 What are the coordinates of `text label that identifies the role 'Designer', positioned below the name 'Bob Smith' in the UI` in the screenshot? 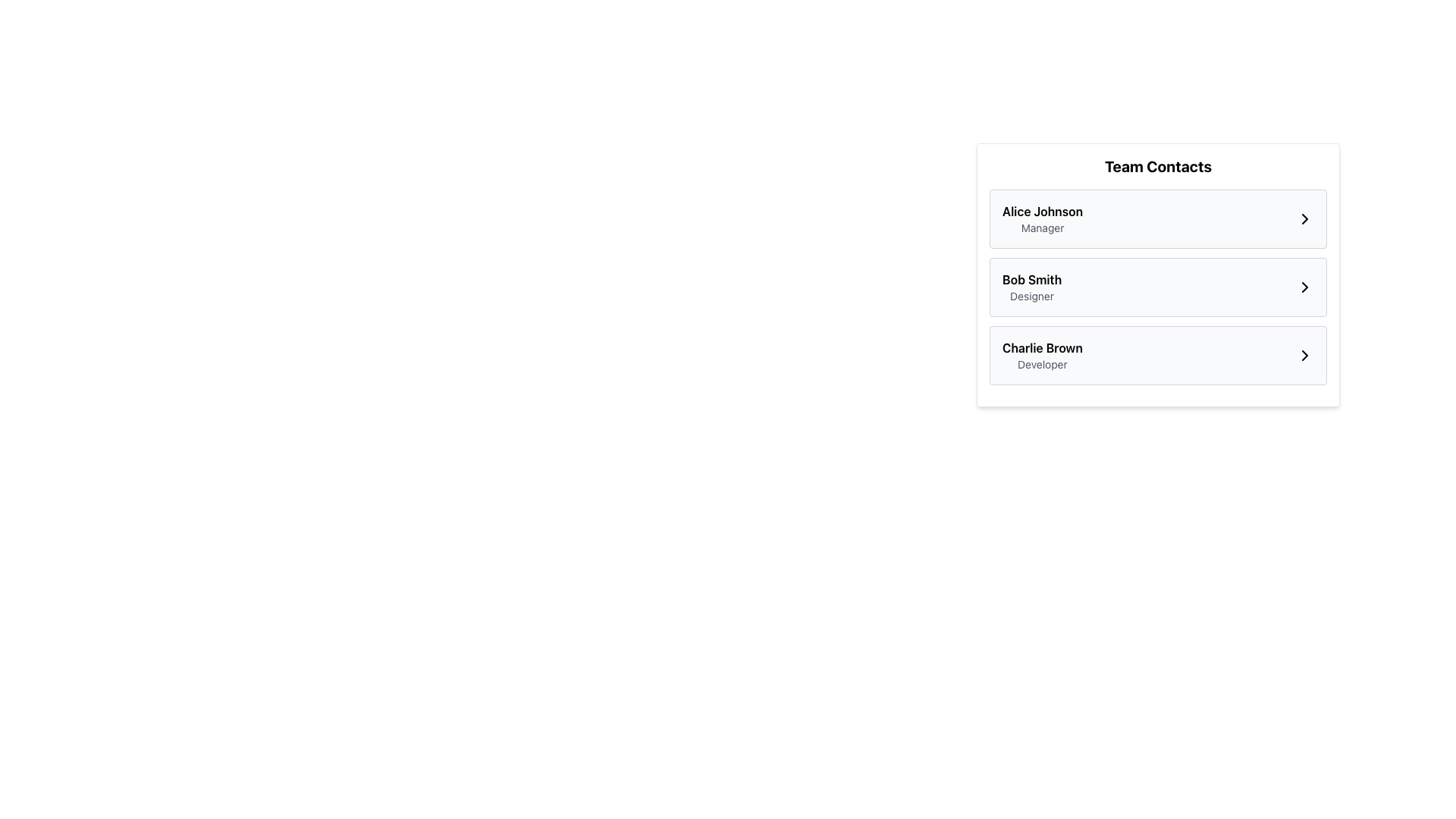 It's located at (1031, 296).